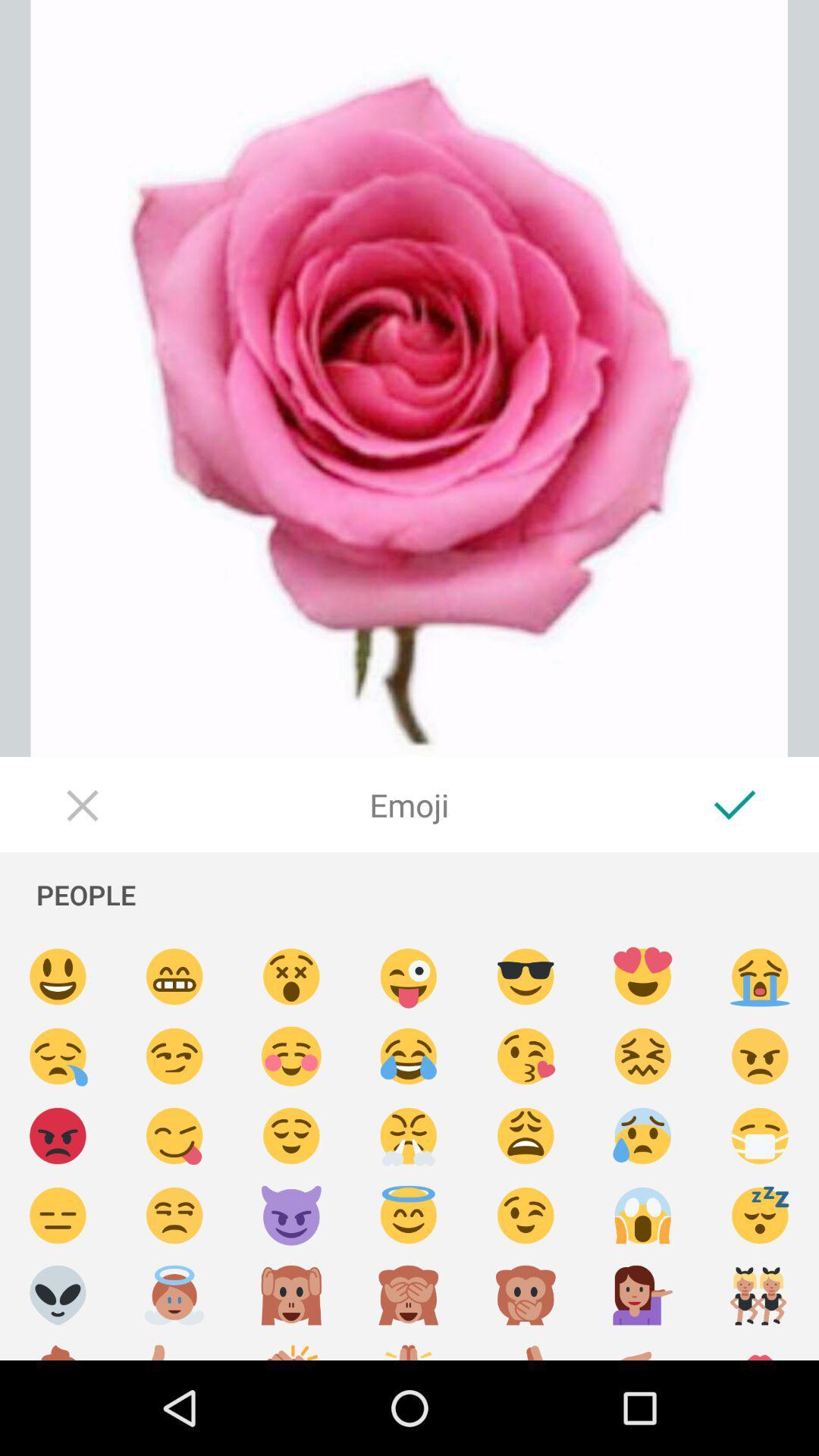 The height and width of the screenshot is (1456, 819). I want to click on emoji, so click(408, 1056).